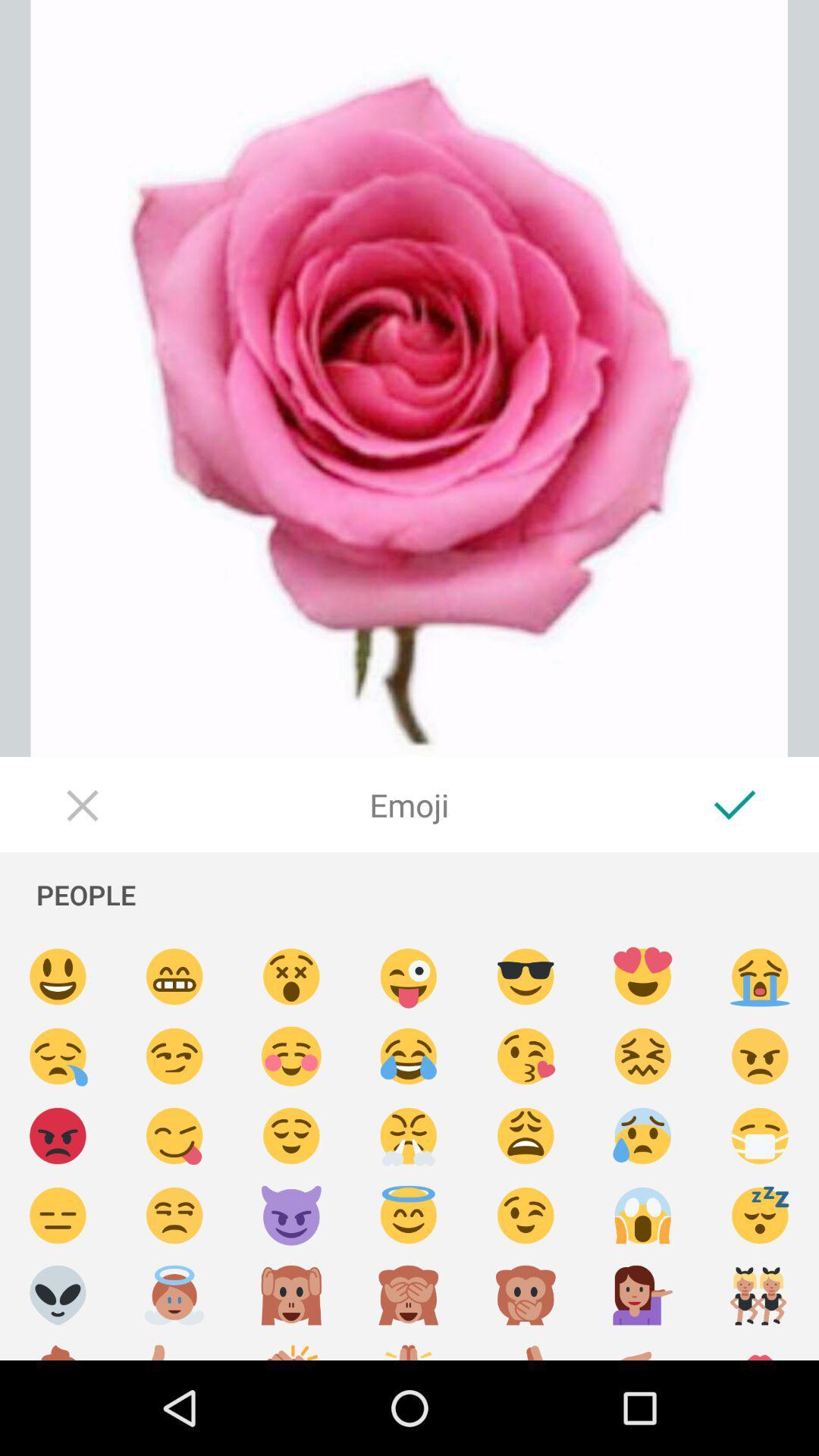 The height and width of the screenshot is (1456, 819). I want to click on emoji, so click(408, 1056).